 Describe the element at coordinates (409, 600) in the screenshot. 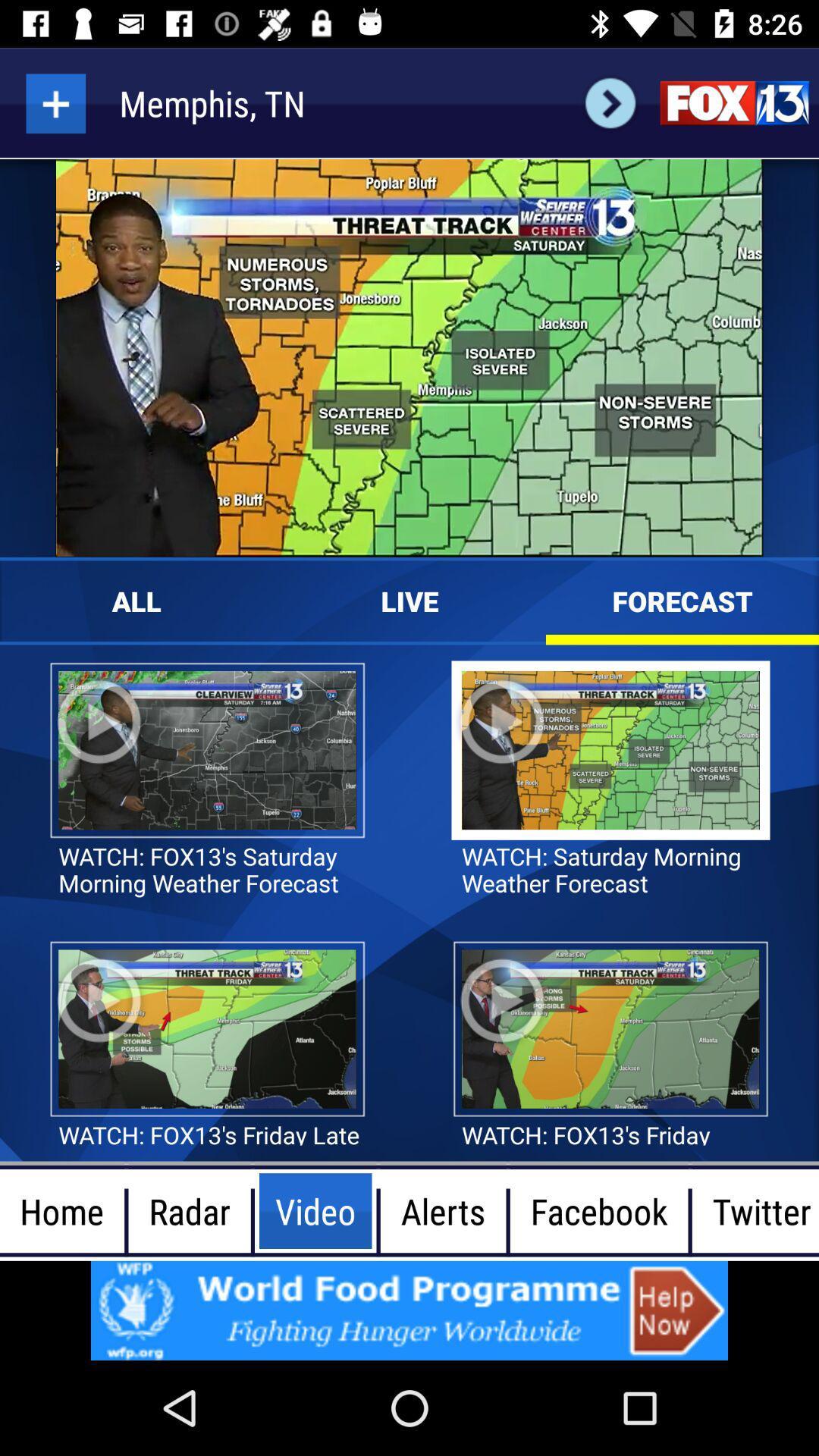

I see `the button next to live` at that location.